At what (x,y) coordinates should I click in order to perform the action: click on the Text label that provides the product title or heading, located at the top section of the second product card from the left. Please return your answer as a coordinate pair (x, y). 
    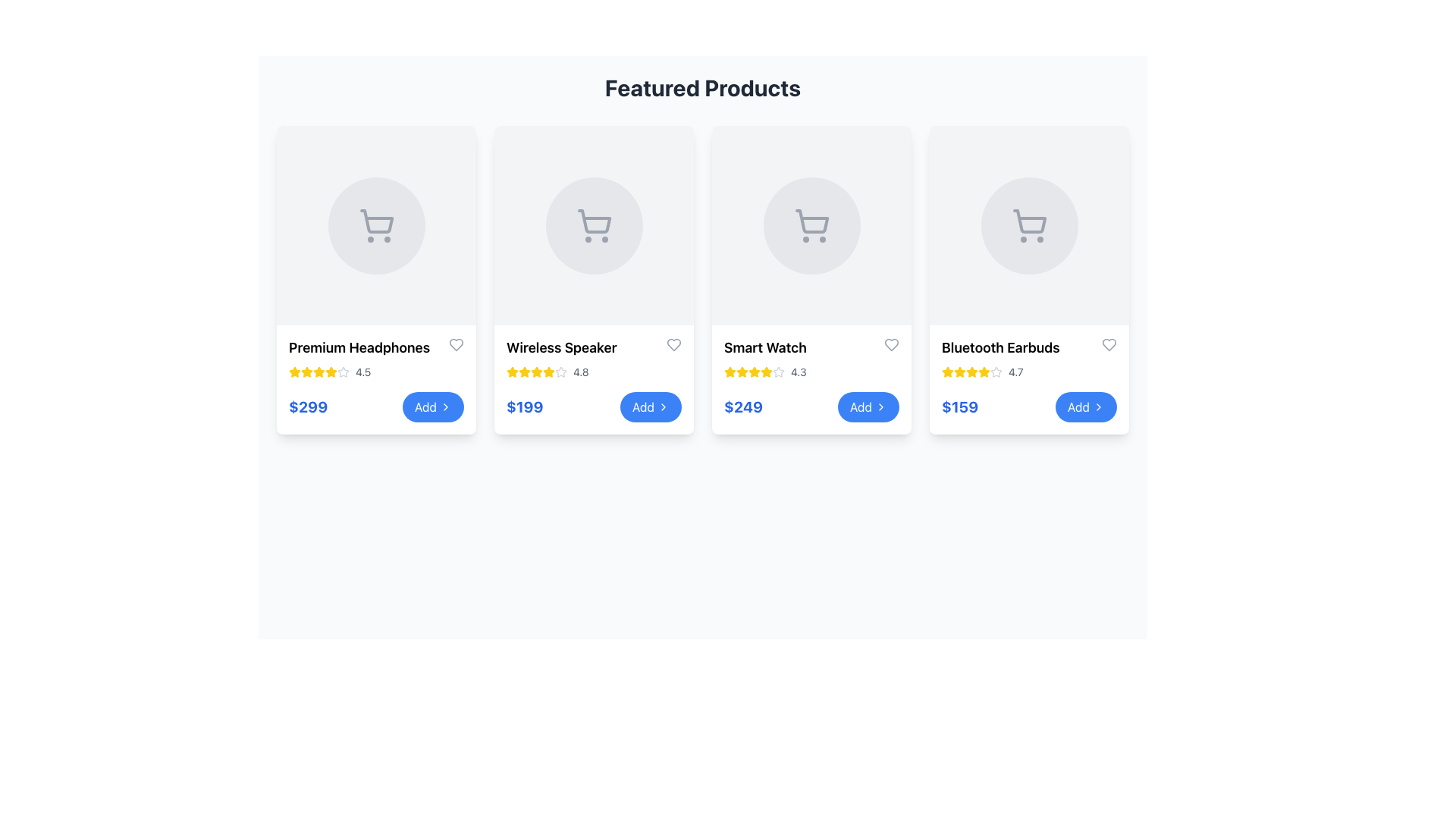
    Looking at the image, I should click on (593, 348).